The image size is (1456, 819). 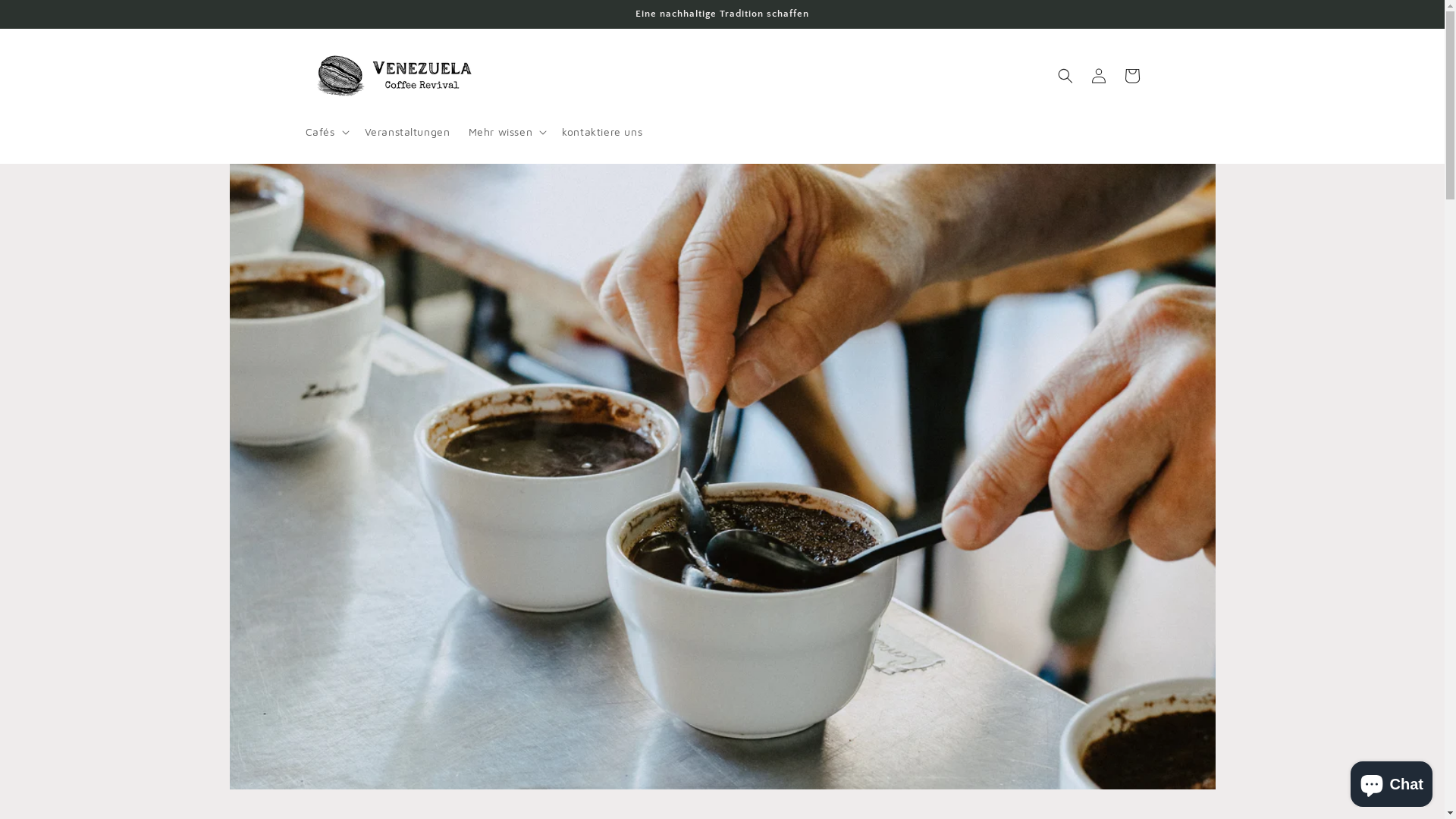 I want to click on 'Einloggen', so click(x=1098, y=76).